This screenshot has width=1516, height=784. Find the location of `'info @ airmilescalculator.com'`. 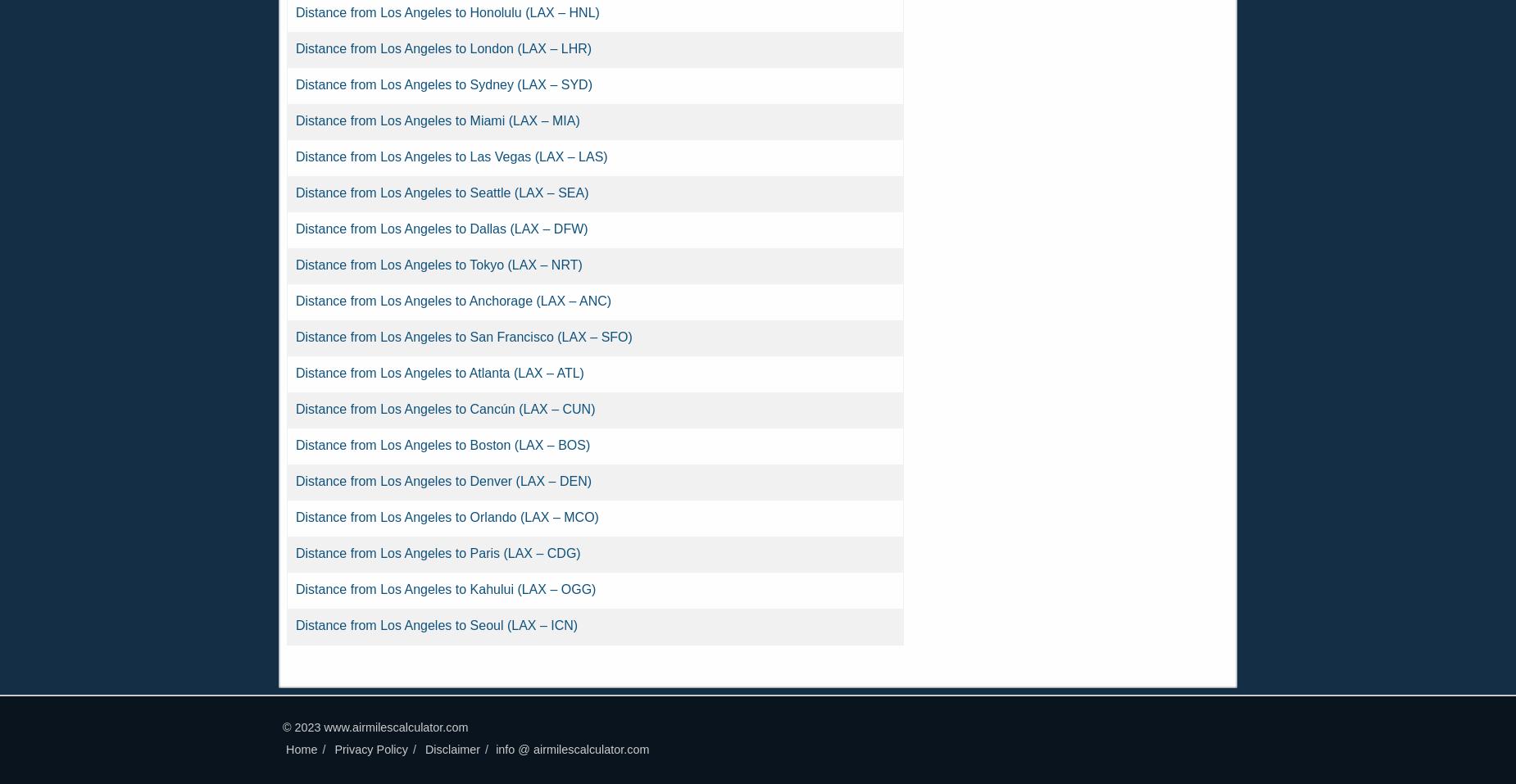

'info @ airmilescalculator.com' is located at coordinates (572, 749).